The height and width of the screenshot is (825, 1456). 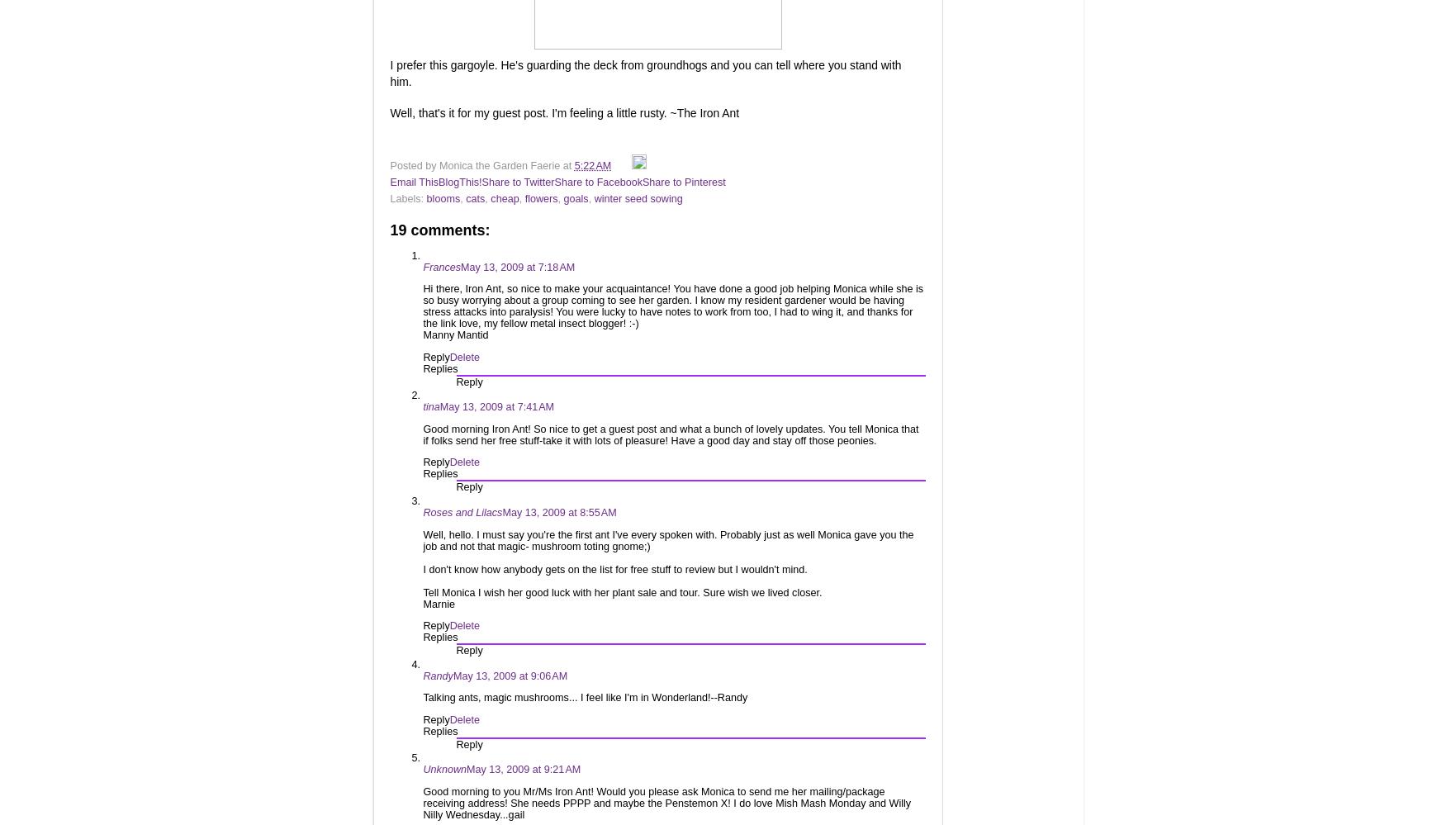 I want to click on 'Good morning to you Mr/Ms  Iron Ant!  Would you please ask Monica to send me her mailing/package receiving address!  She  needs PPPP  and maybe the Penstemon X!  I do love Mish Mash Monday and Willy Nilly Wednesday...gail', so click(x=666, y=802).